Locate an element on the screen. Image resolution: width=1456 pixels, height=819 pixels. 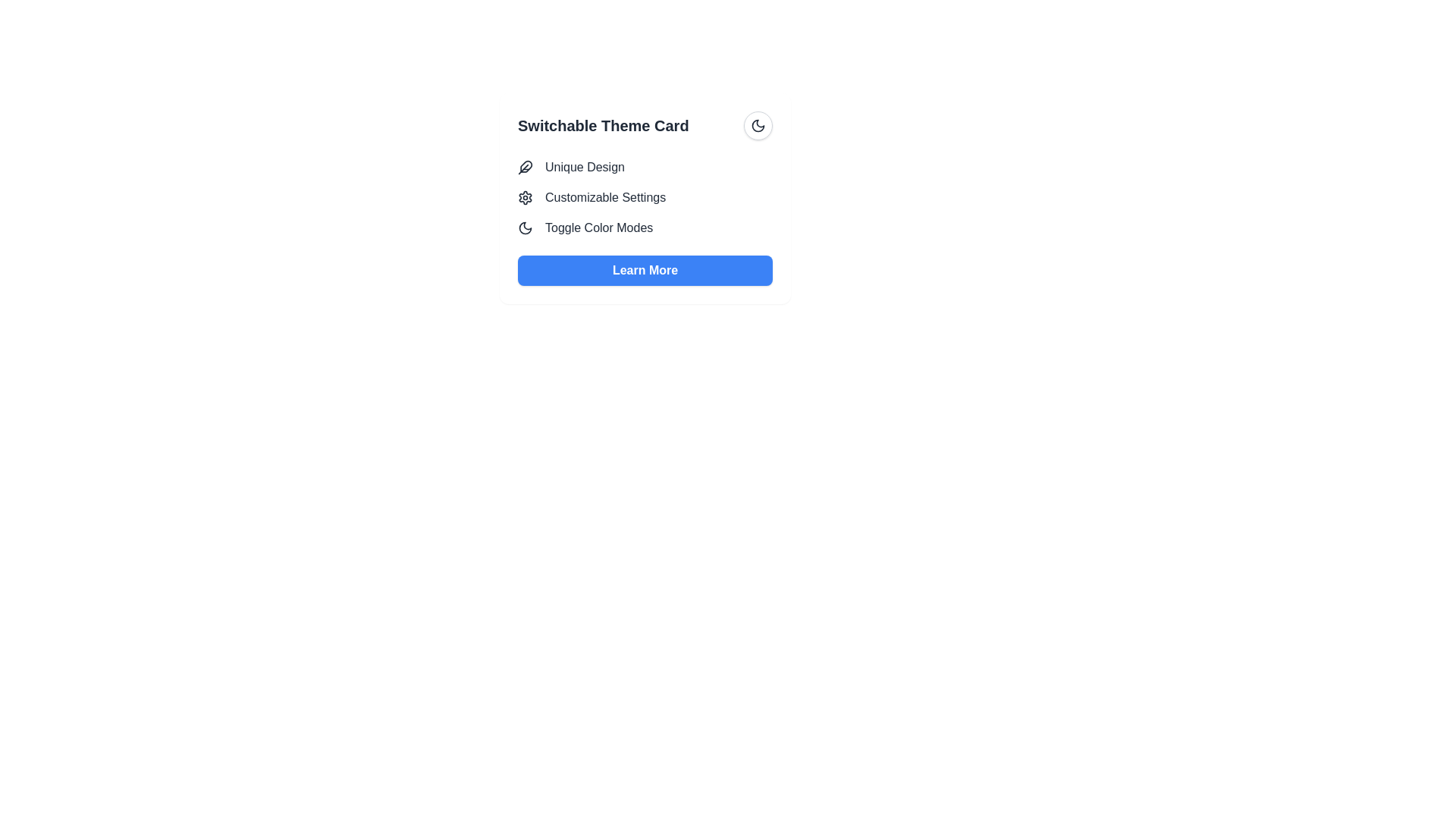
the gear icon representing 'Customizable Settings', located to the left of the text label for accessing settings options is located at coordinates (525, 197).